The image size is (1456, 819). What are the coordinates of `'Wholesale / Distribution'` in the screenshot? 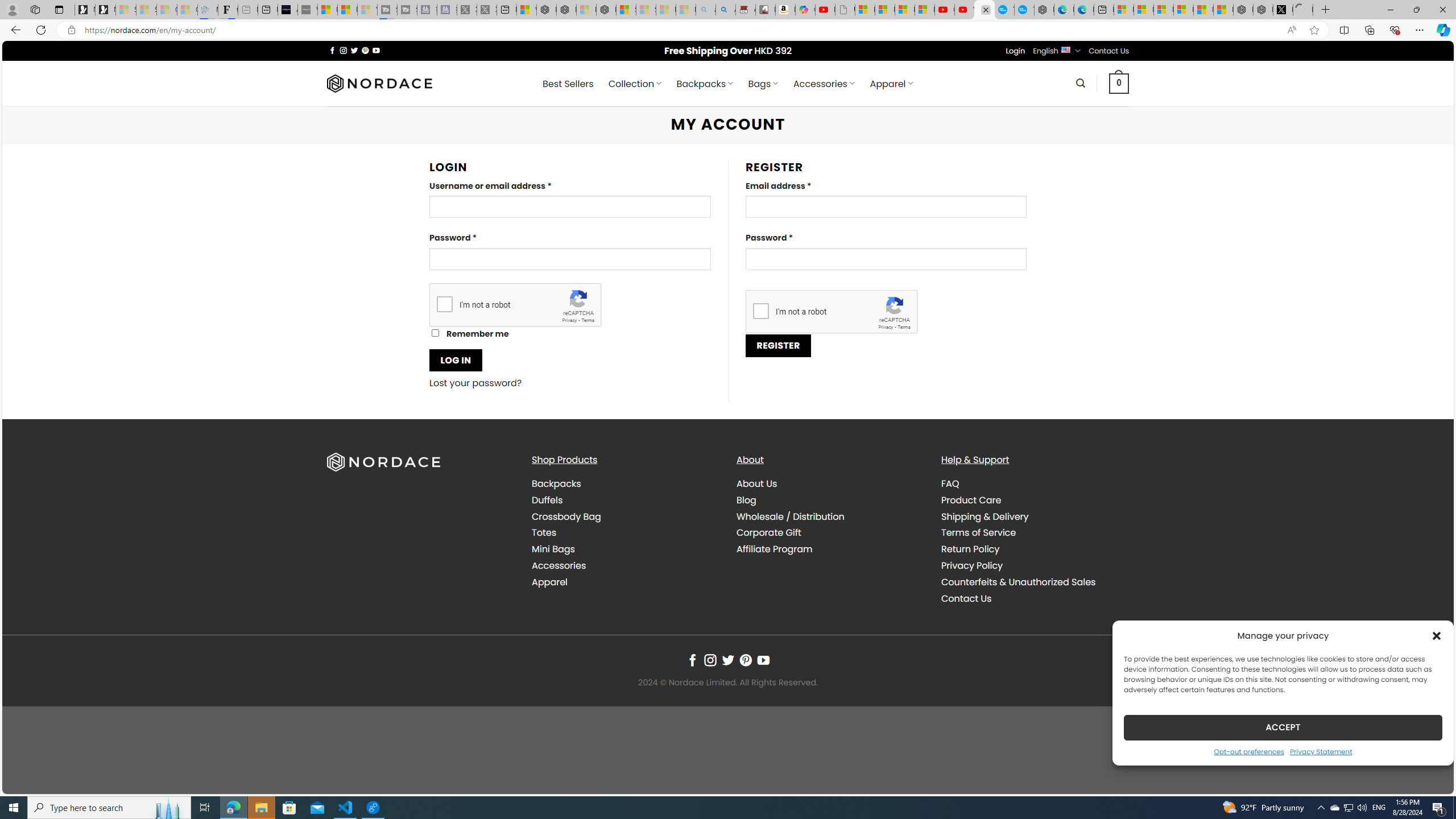 It's located at (830, 516).